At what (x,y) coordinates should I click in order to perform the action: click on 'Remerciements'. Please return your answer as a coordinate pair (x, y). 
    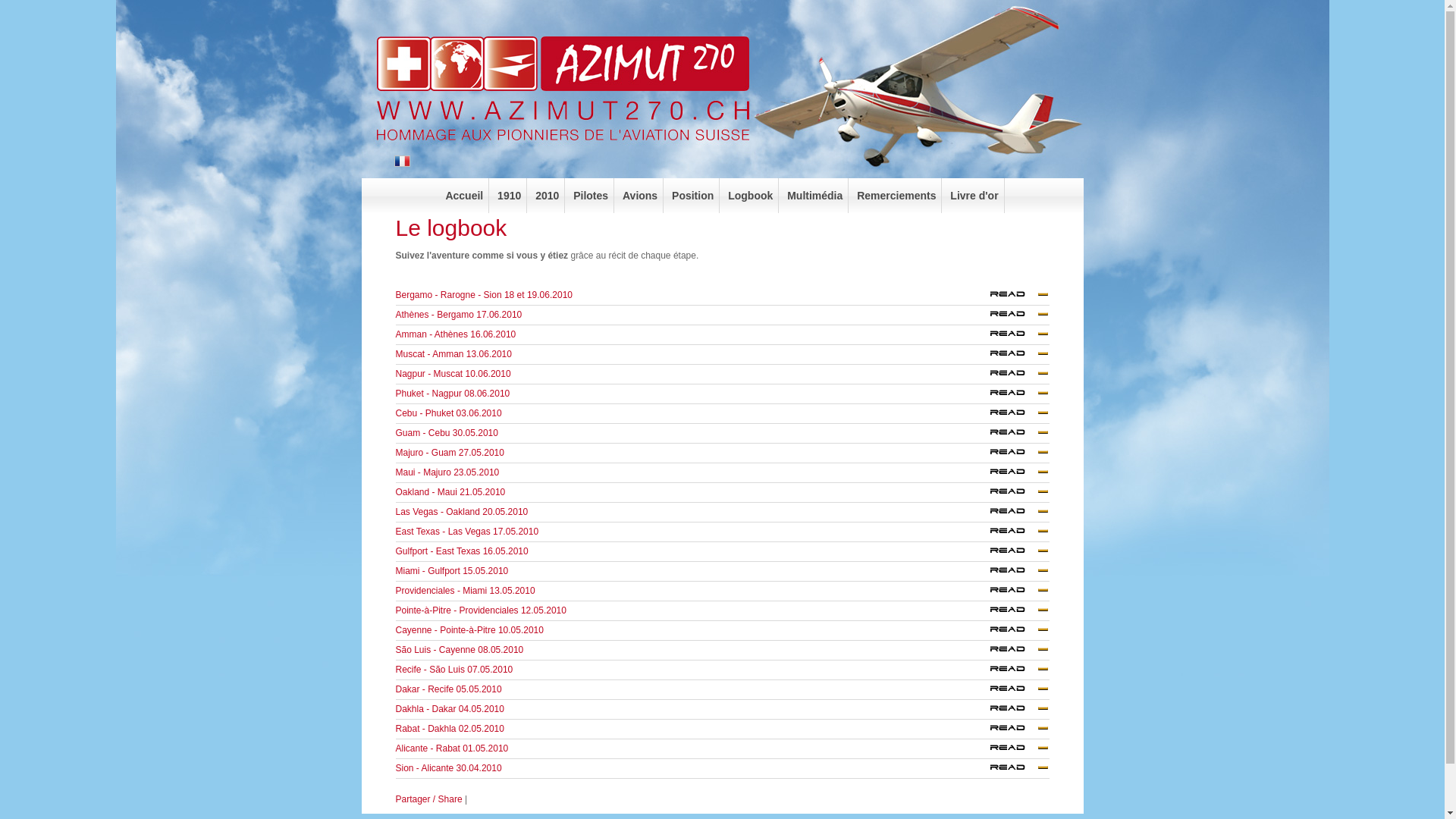
    Looking at the image, I should click on (896, 195).